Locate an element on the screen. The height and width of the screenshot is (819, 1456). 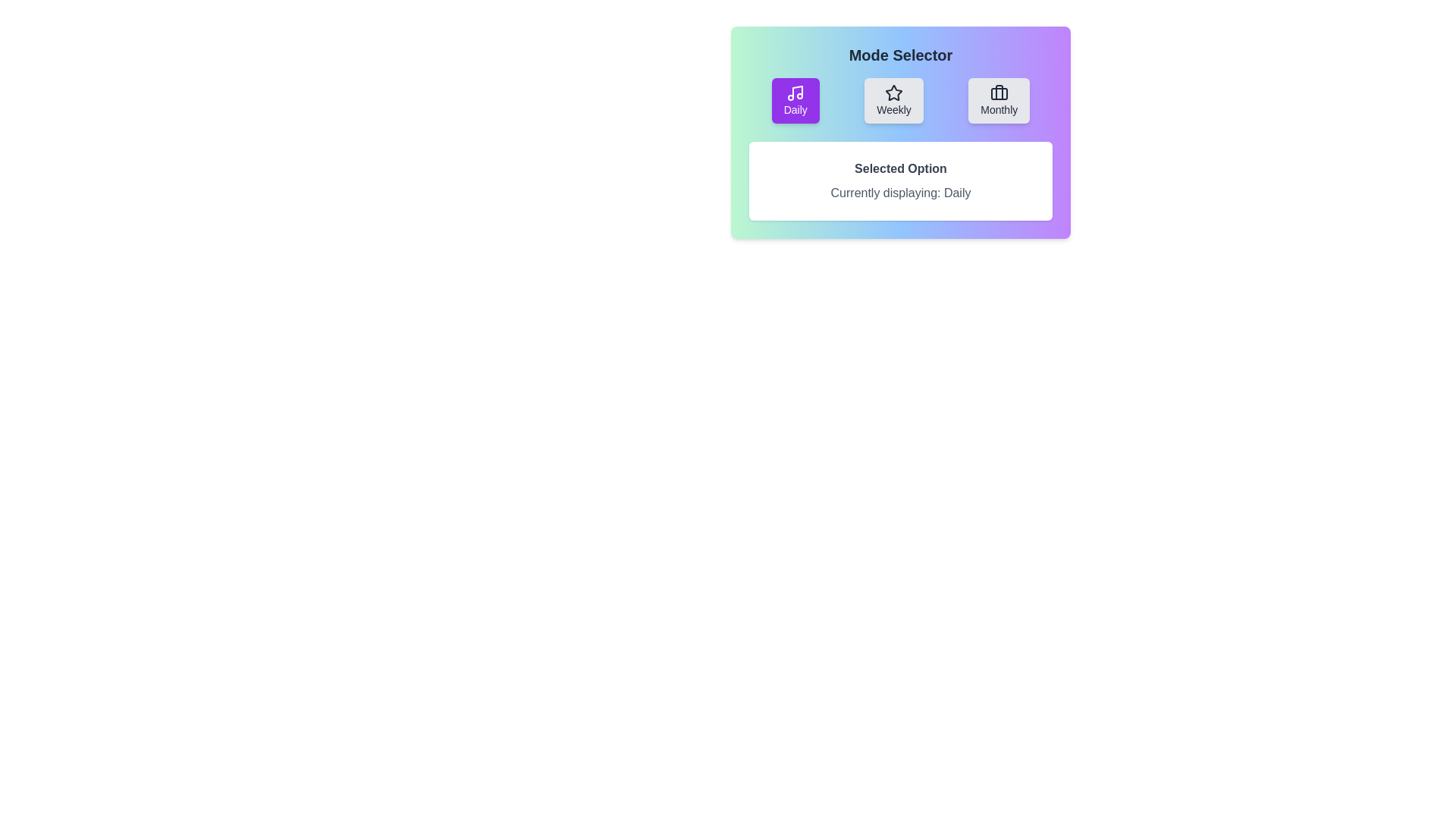
the compact rectangle with rounded corners that is part of the briefcase icon SVG, located towards the bottom of the icon is located at coordinates (999, 93).